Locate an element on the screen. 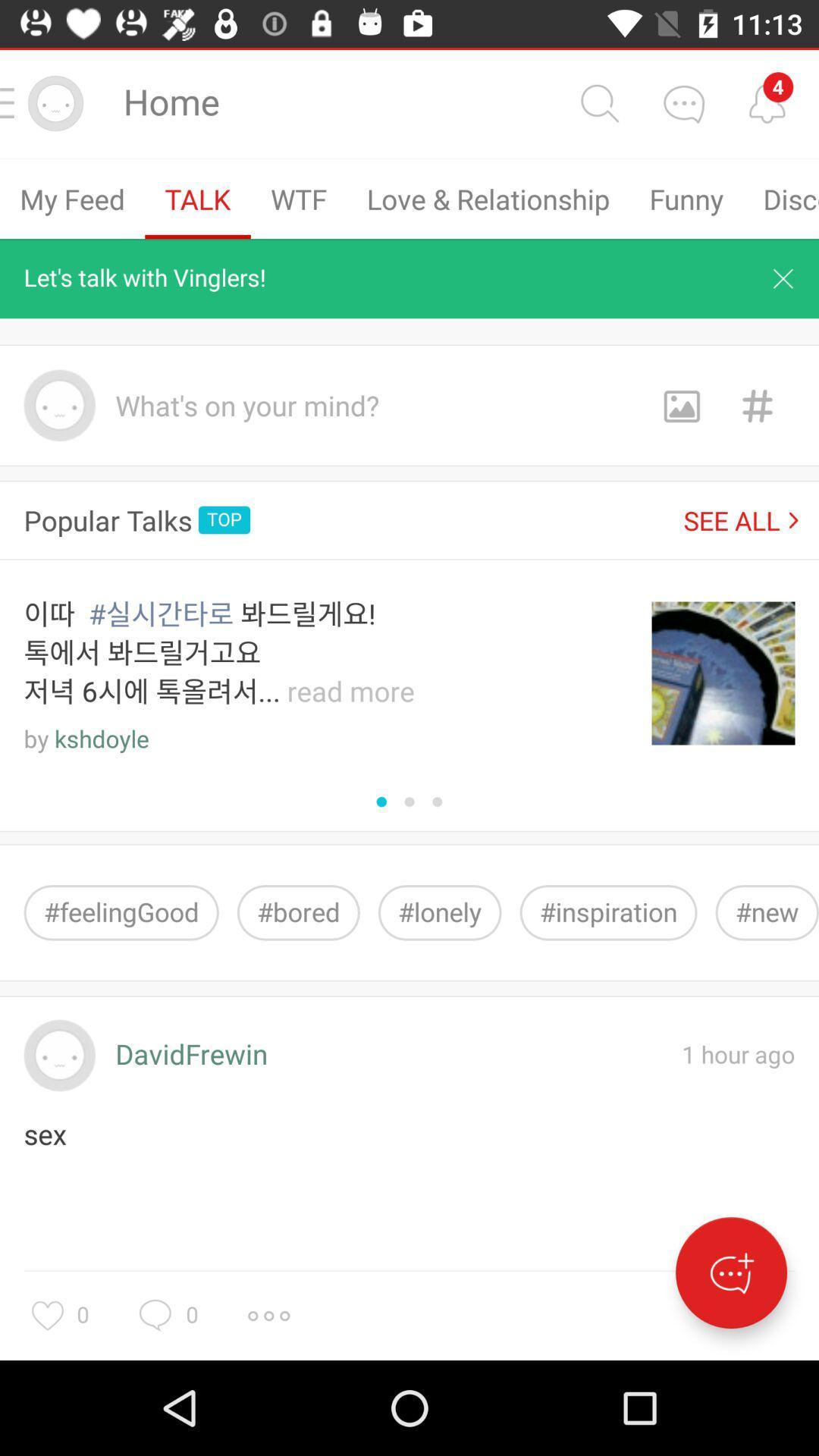  the chat icon is located at coordinates (730, 1272).